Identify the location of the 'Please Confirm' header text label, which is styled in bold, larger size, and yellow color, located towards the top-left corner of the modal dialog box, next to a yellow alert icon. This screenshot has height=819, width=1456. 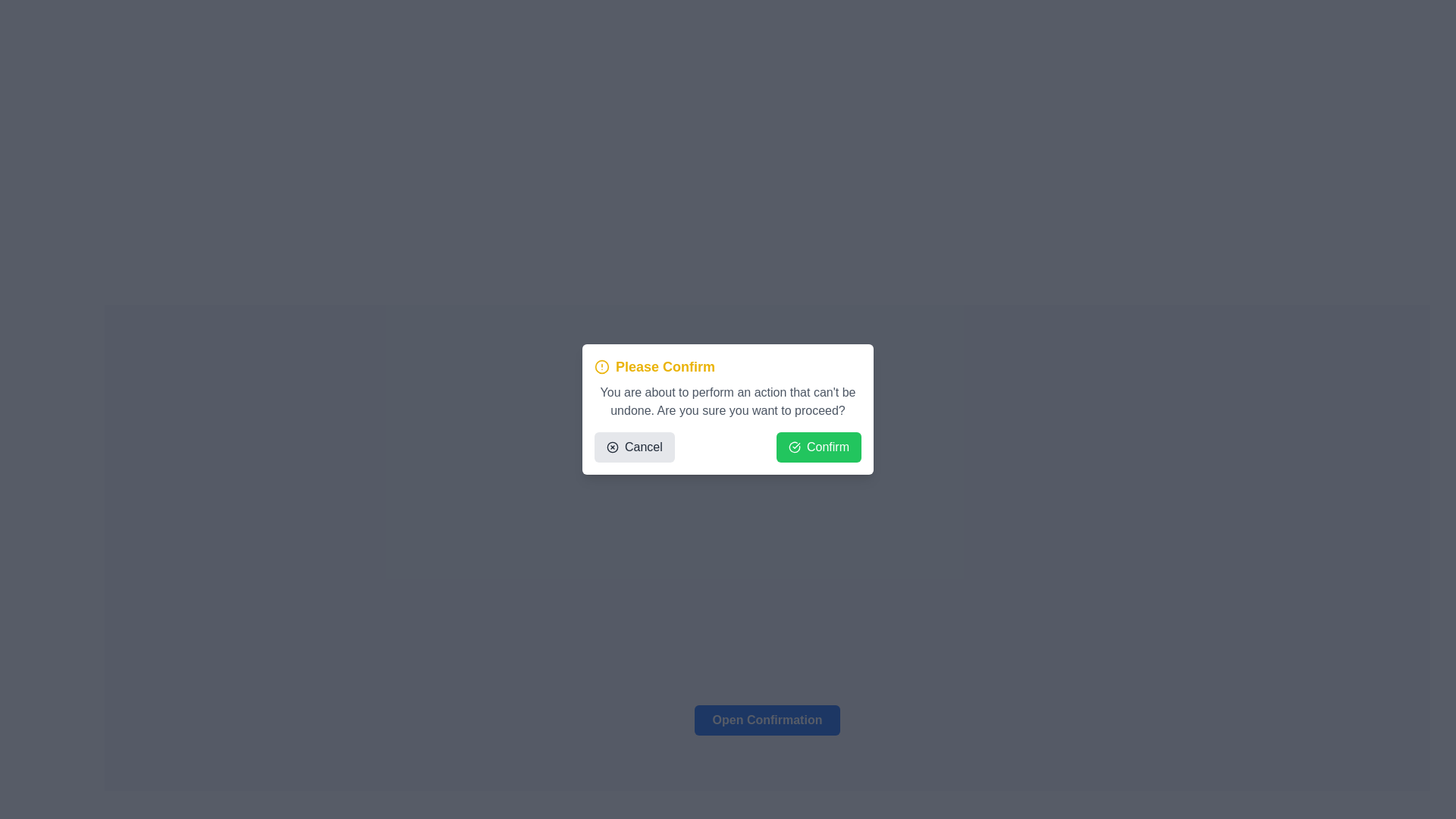
(665, 366).